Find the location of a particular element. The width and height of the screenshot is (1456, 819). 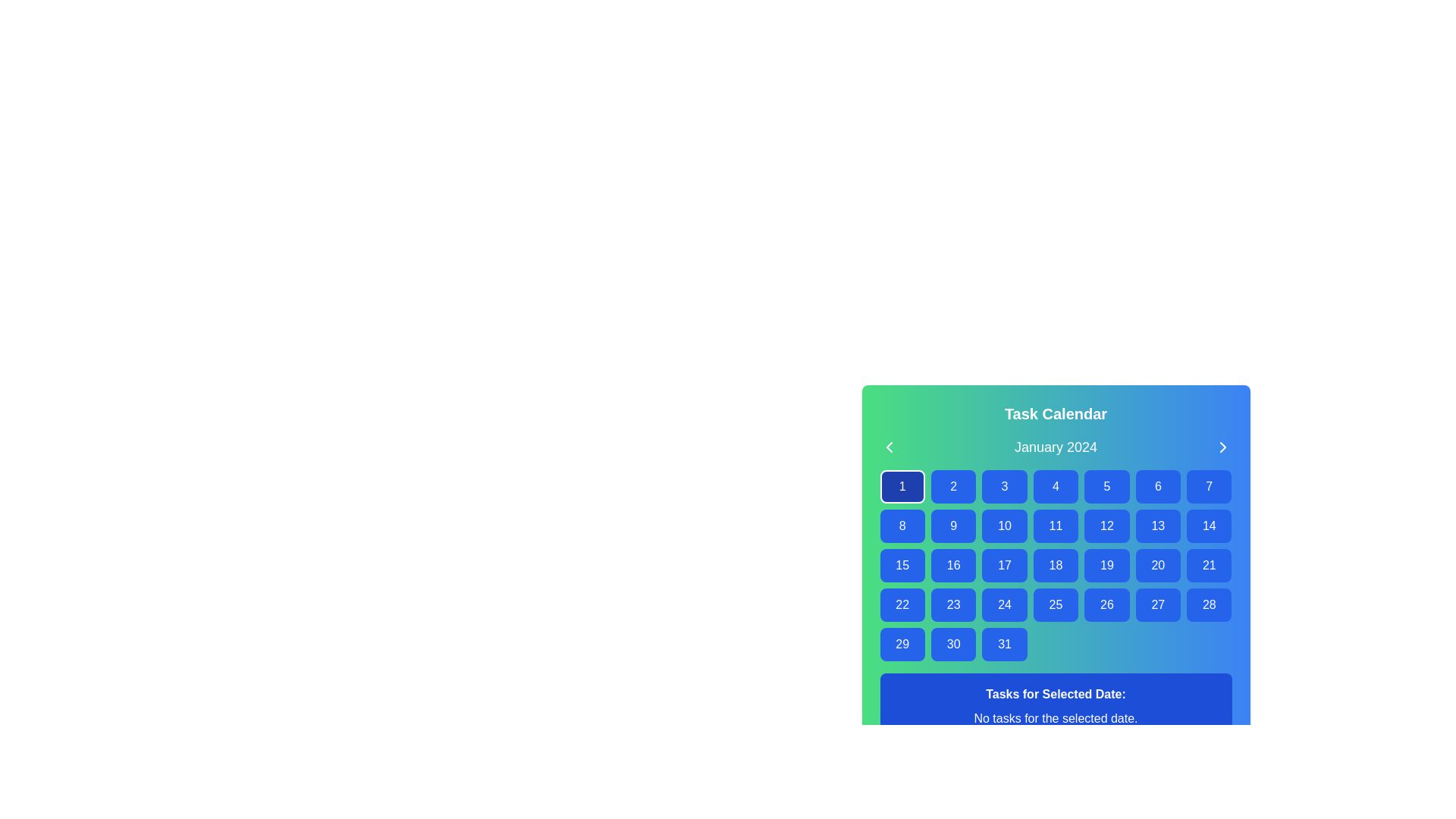

the blue button with the number '28' is located at coordinates (1208, 604).